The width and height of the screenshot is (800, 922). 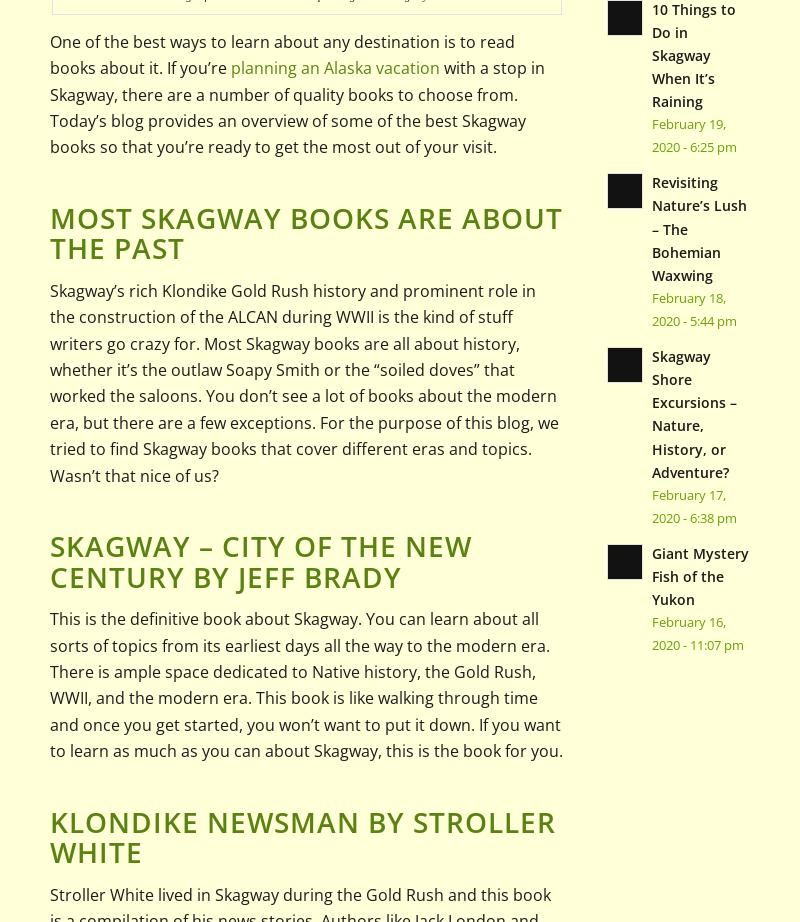 I want to click on 'This is the definitive book about Skagway. You can learn about all sorts of topics from its earliest days all the way to the modern era. There is ample space dedicated to Native history, the Gold Rush, WWII, and the modern era. This book is like walking through time and once you get started, you won’t want to put it down. If you want to learn as much as you can about Skagway, this is the book for you.', so click(x=305, y=685).